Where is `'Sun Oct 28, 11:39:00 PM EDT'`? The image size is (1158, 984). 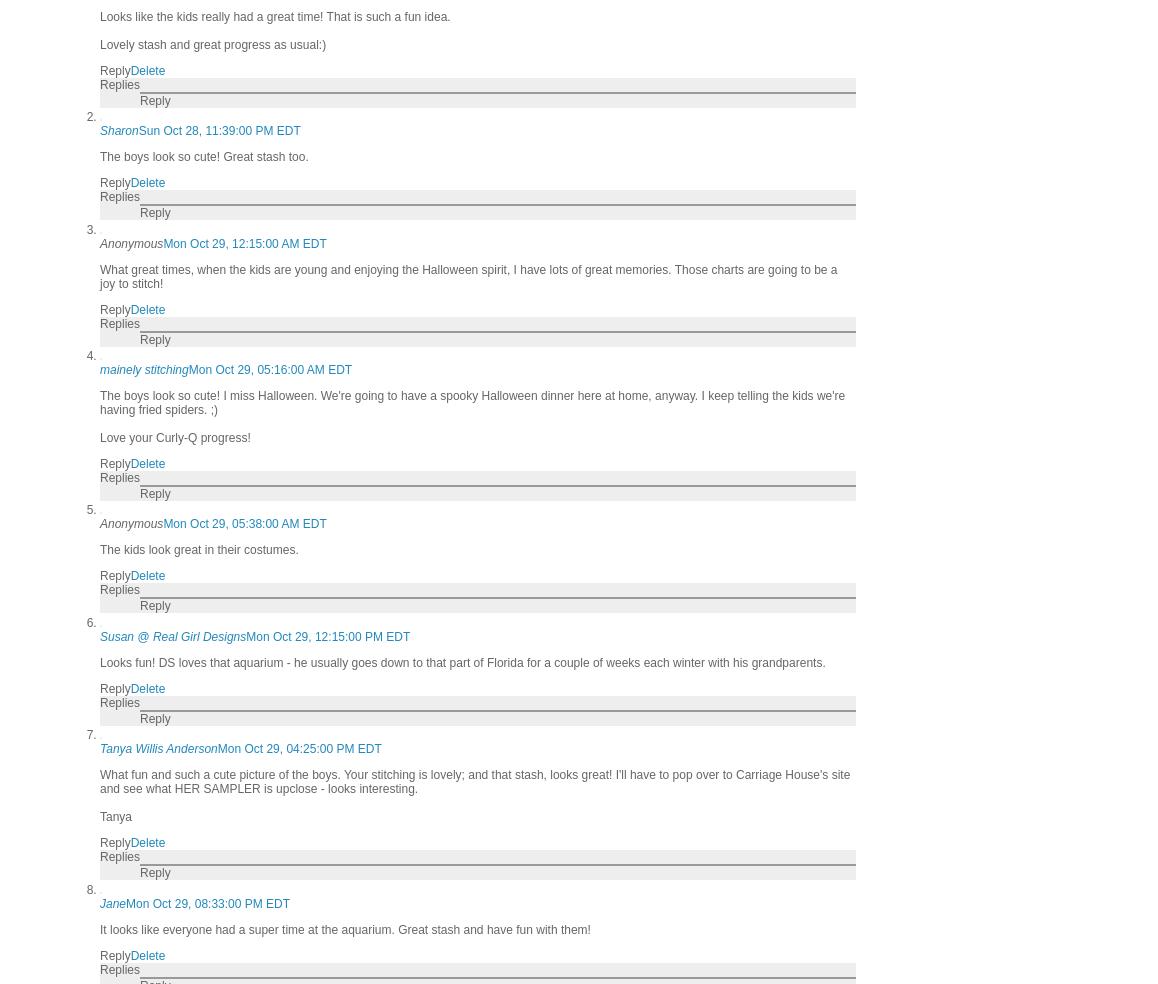 'Sun Oct 28, 11:39:00 PM EDT' is located at coordinates (218, 130).